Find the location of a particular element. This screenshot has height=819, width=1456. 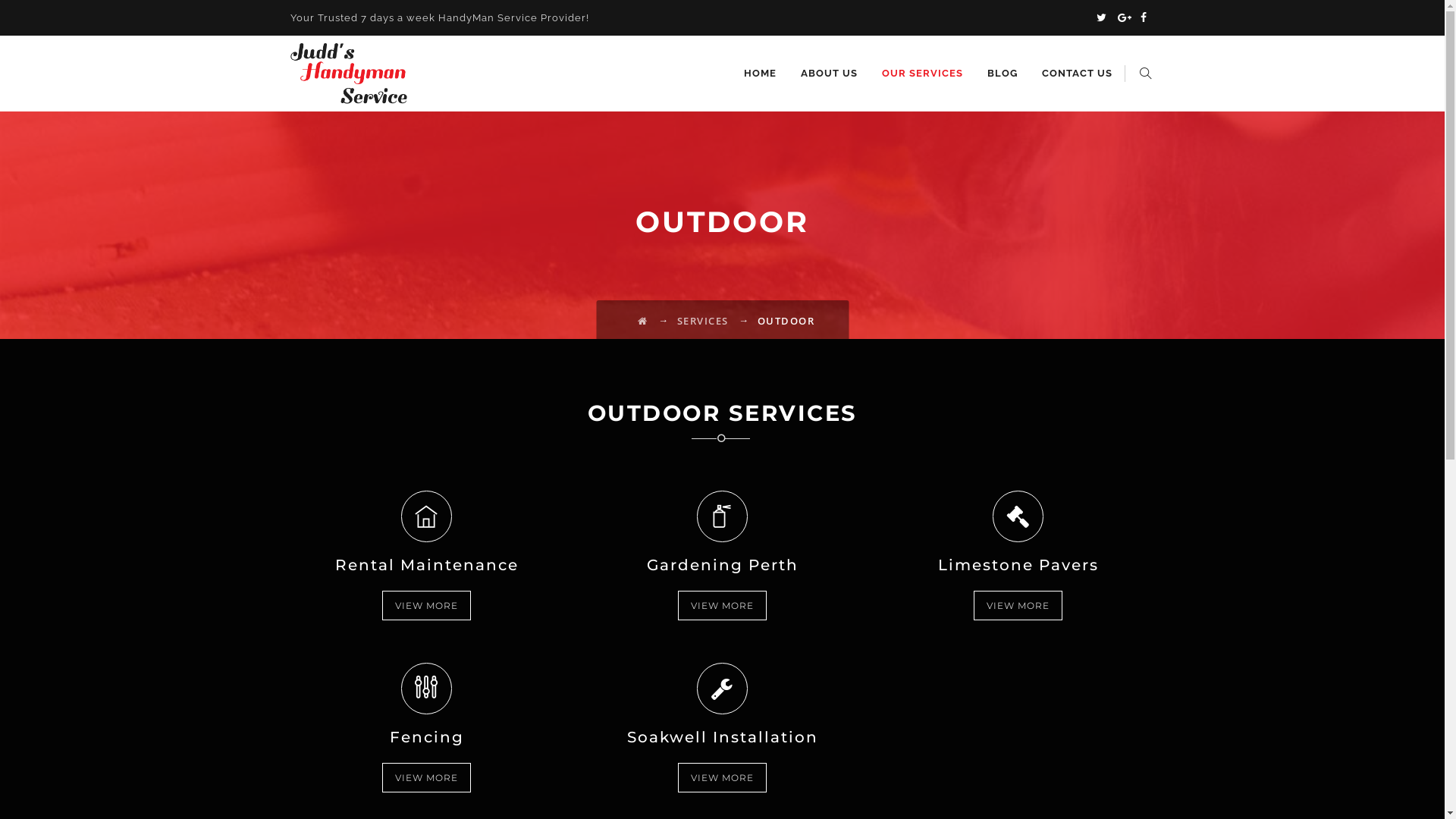

'VIEW MORE' is located at coordinates (382, 777).